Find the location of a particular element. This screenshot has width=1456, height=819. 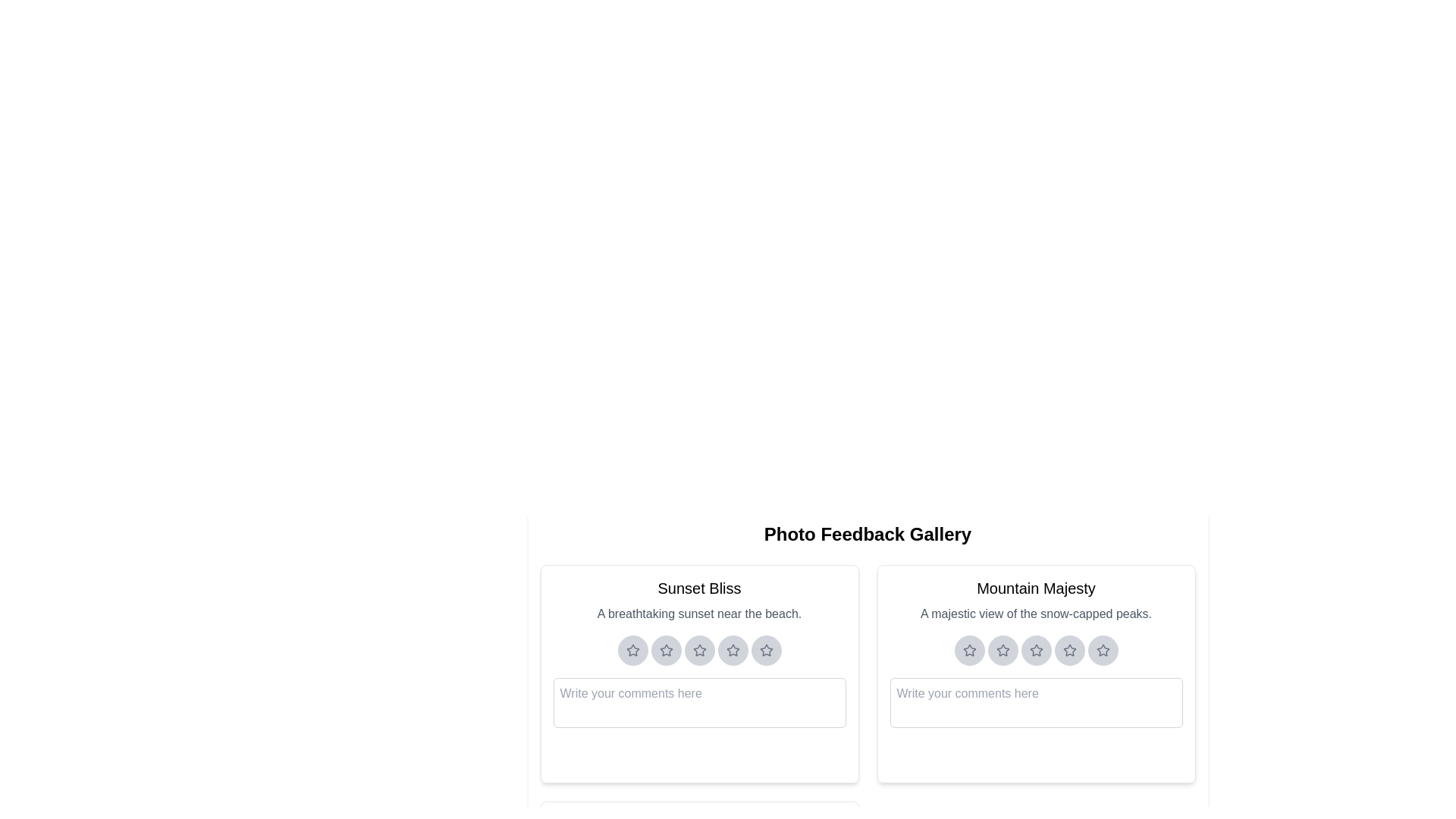

the Star rating icon located in the middle of the five buttons under the 'Mountain Majesty' feedback card is located at coordinates (1035, 649).